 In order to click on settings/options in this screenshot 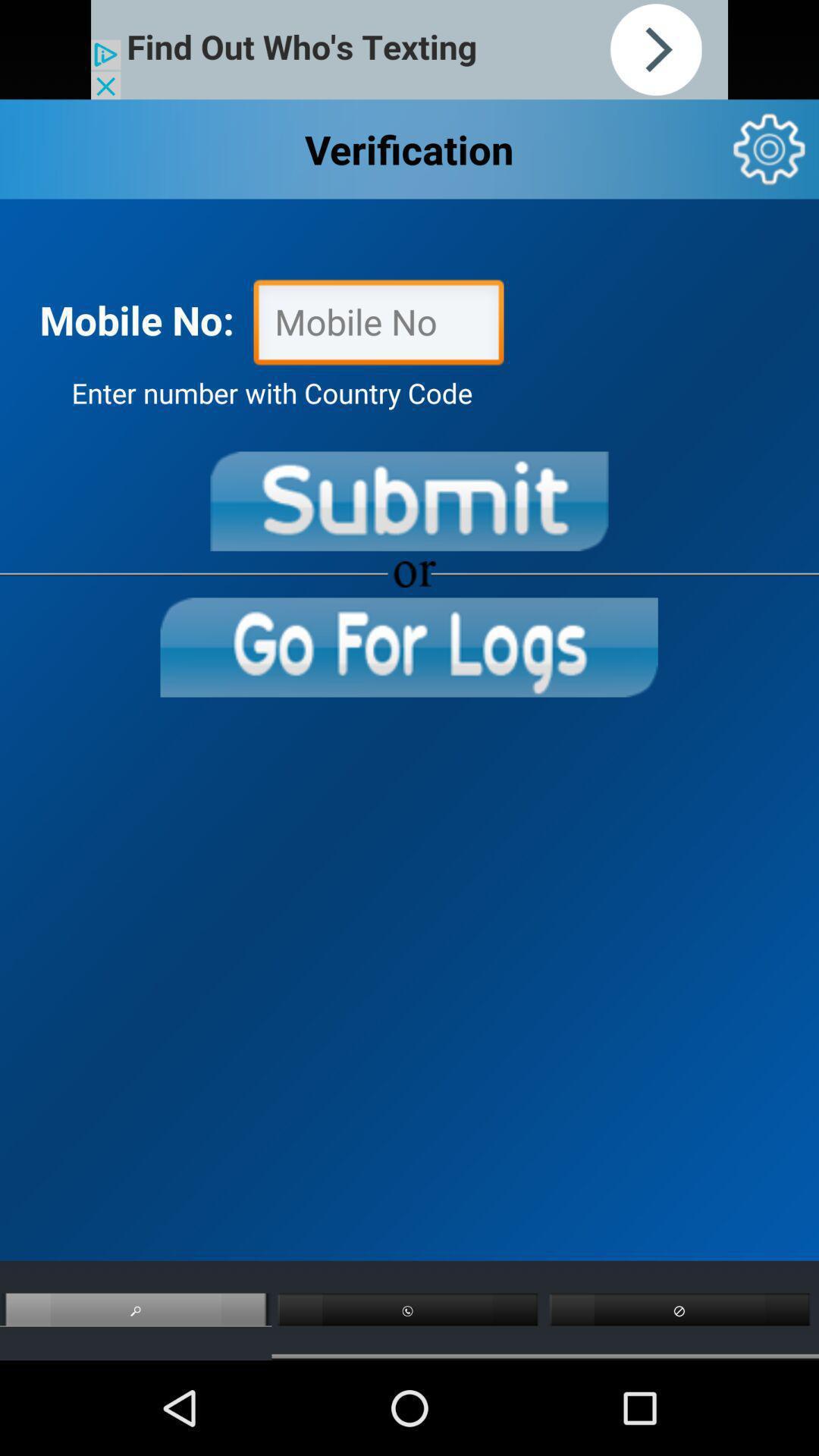, I will do `click(769, 149)`.